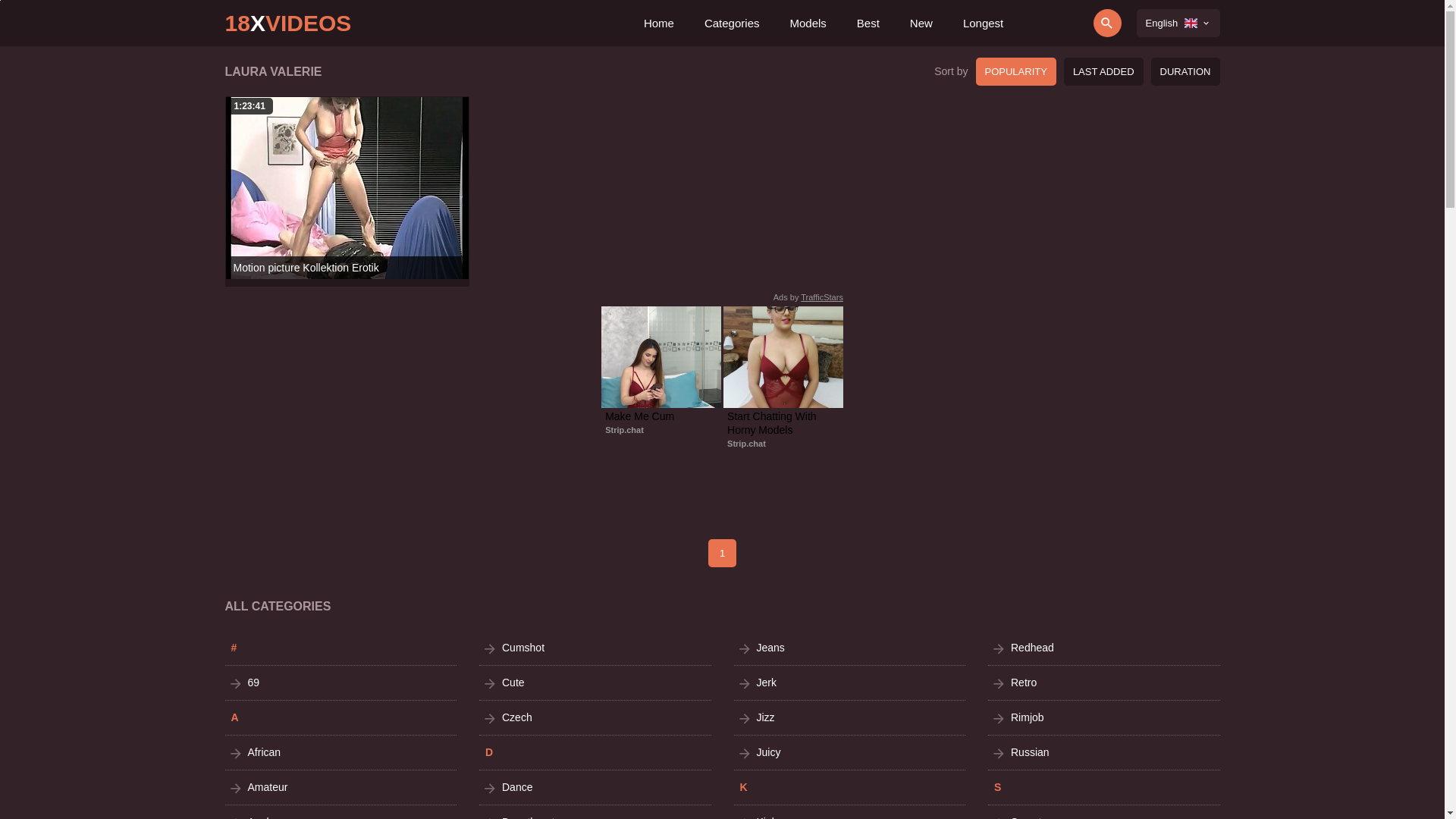 This screenshot has width=1456, height=819. Describe the element at coordinates (1103, 648) in the screenshot. I see `'Redhead'` at that location.